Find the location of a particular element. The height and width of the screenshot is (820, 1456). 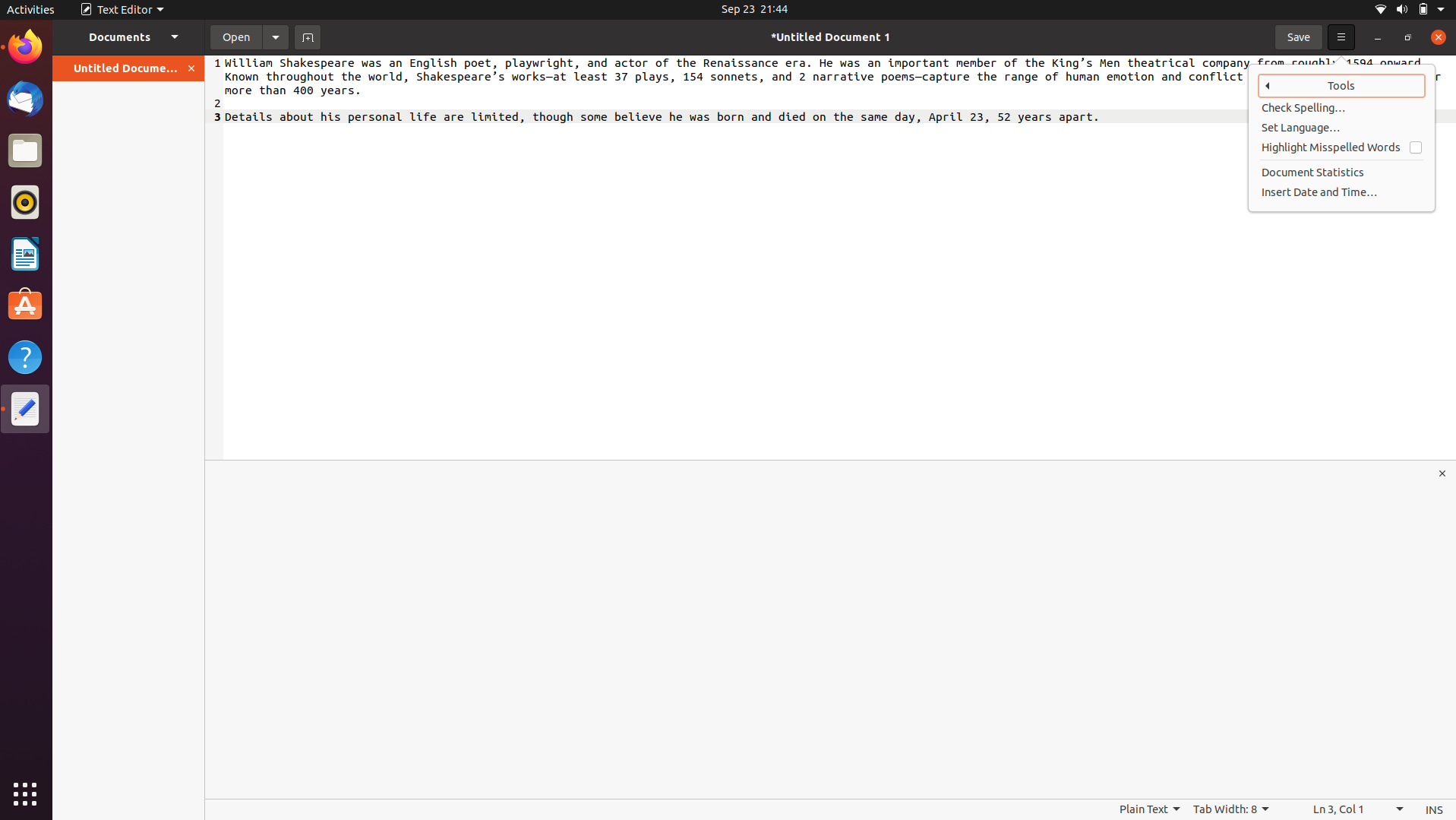

Activate the file time.docx is located at coordinates (233, 36).